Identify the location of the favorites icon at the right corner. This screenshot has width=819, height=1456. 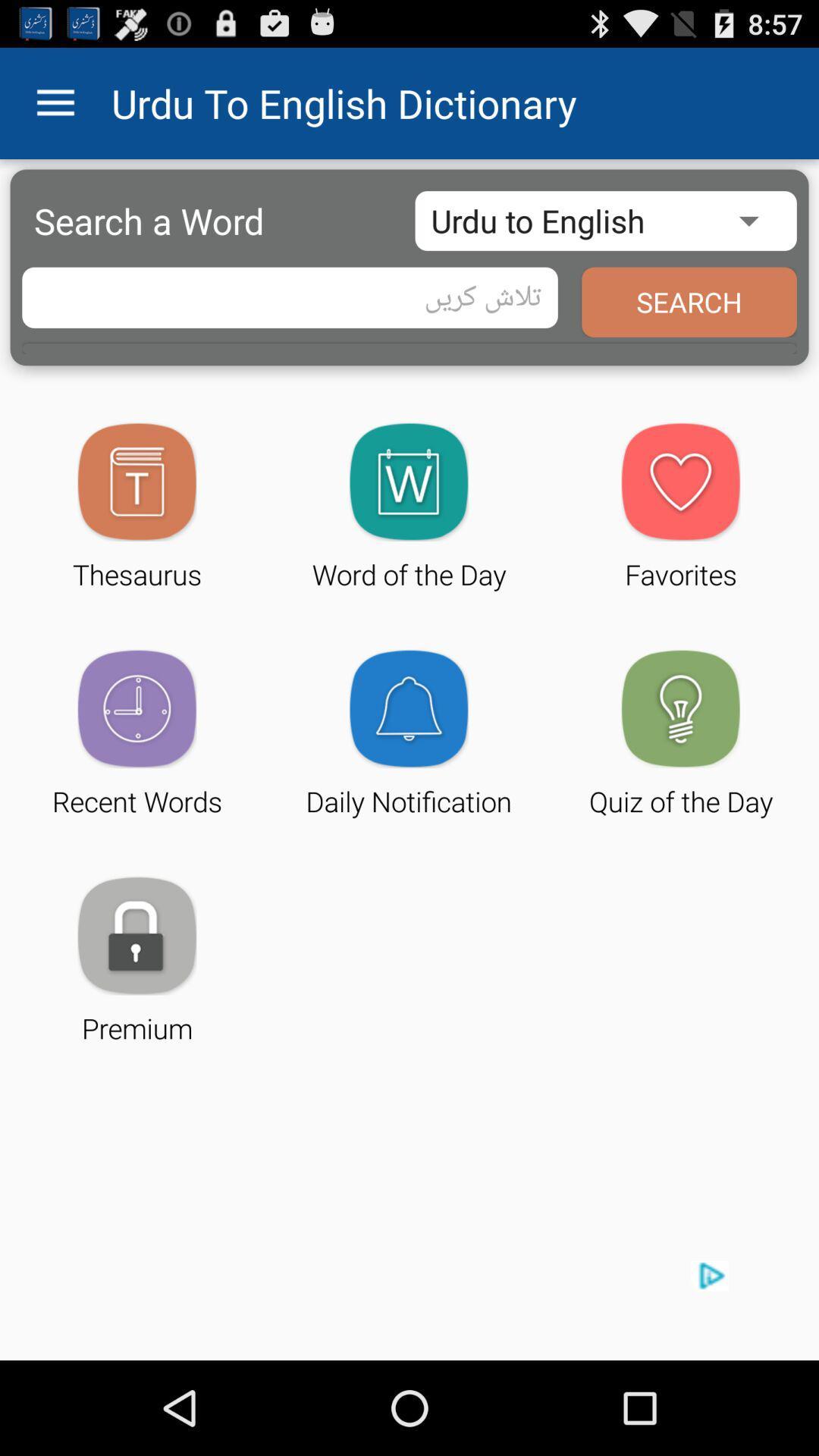
(680, 481).